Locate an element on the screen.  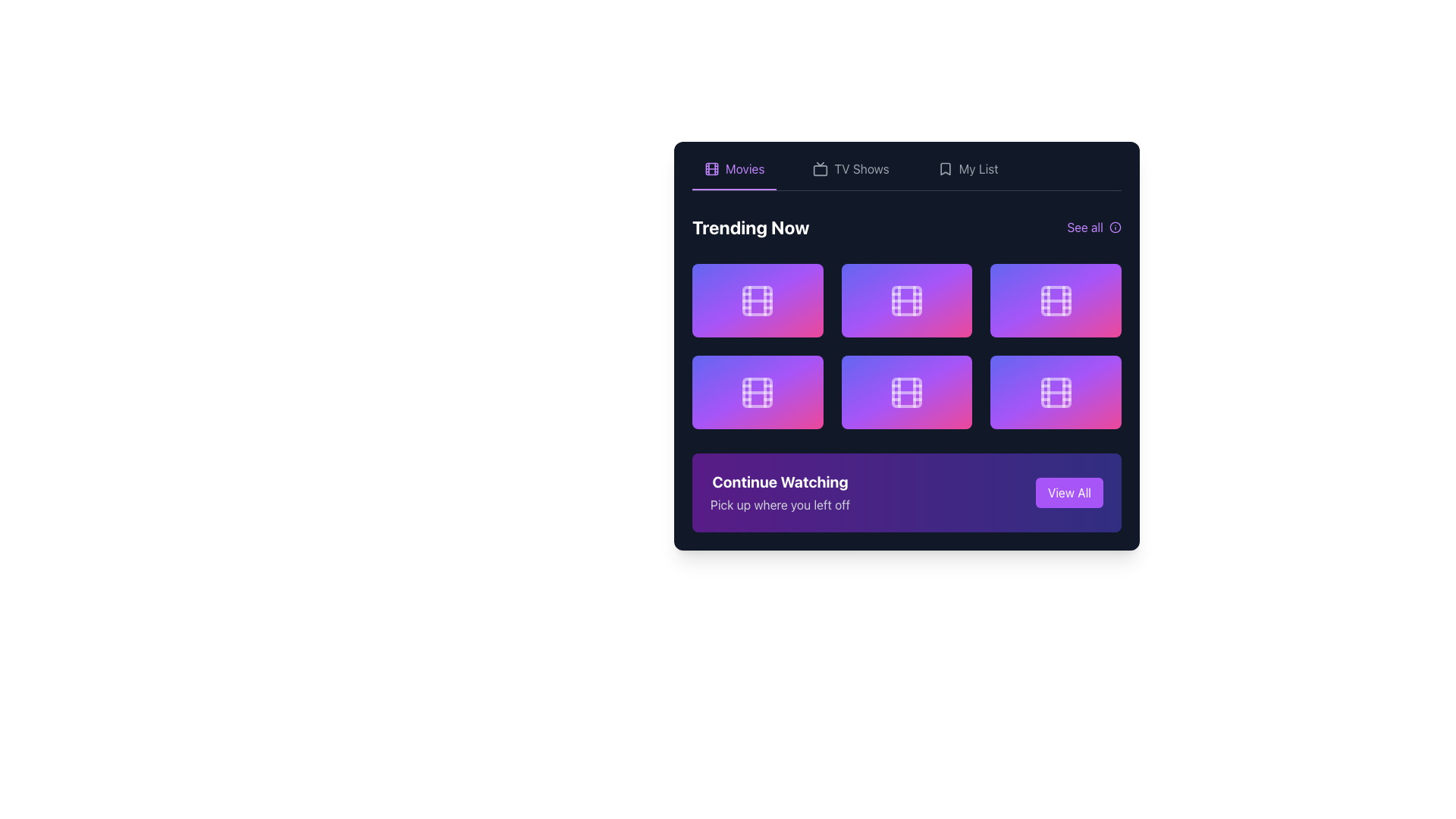
the bookmark icon in the top navigation bar associated with the 'My List' label is located at coordinates (944, 169).